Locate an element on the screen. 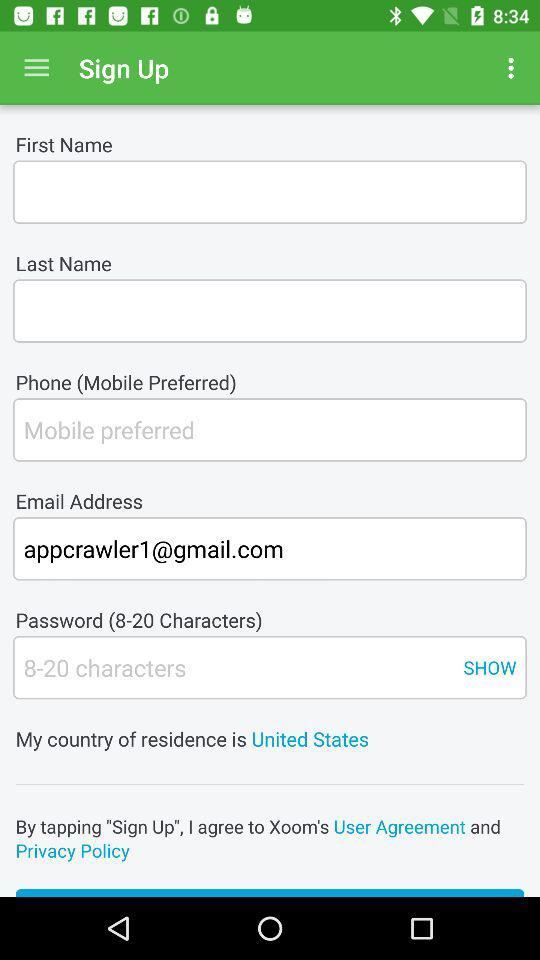 The image size is (540, 960). the icon above first name item is located at coordinates (513, 68).